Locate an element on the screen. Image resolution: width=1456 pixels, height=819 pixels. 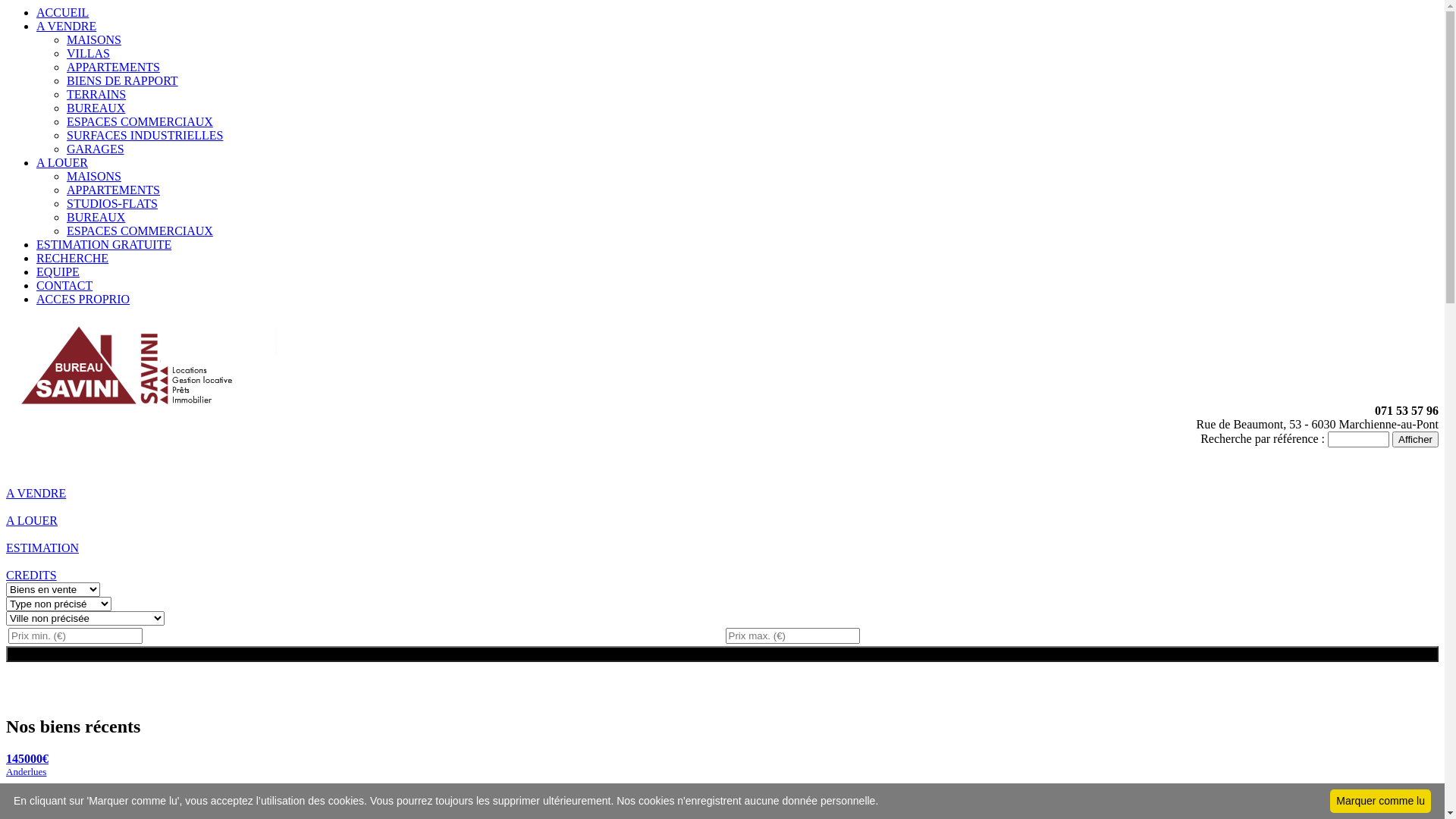
'ESPACES COMMERCIAUX' is located at coordinates (140, 231).